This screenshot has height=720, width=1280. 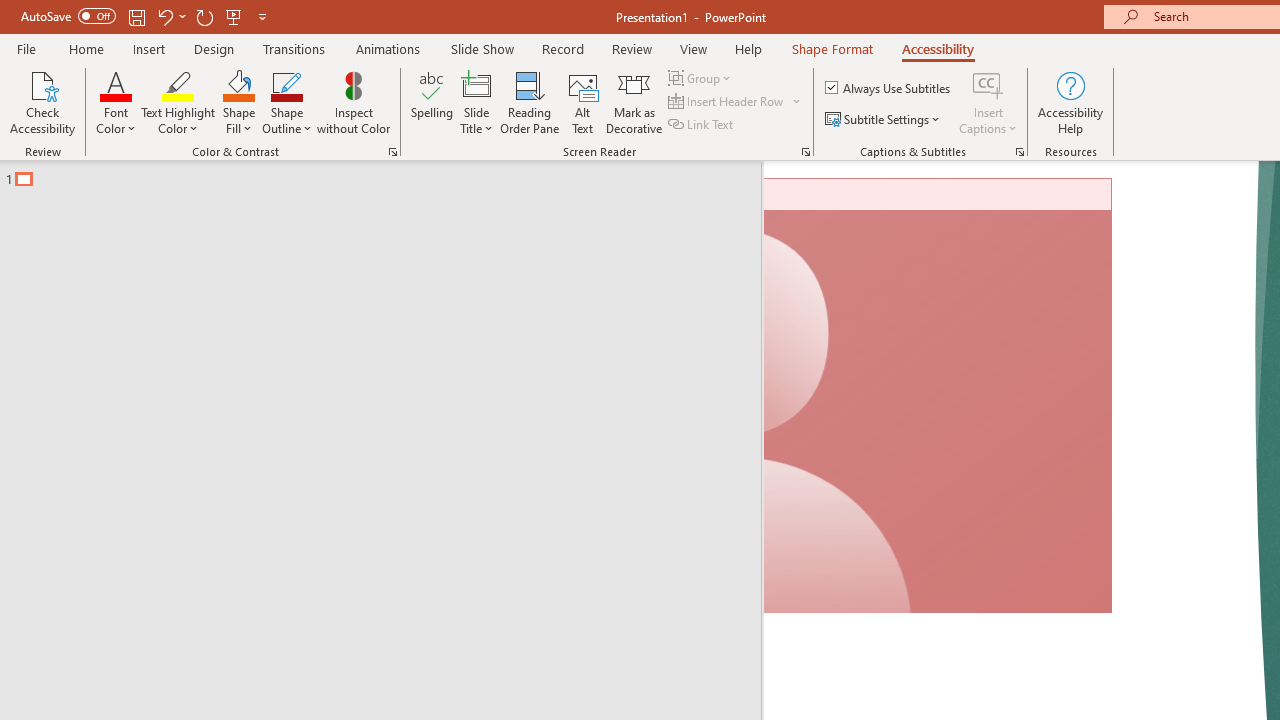 What do you see at coordinates (937, 48) in the screenshot?
I see `'Accessibility'` at bounding box center [937, 48].